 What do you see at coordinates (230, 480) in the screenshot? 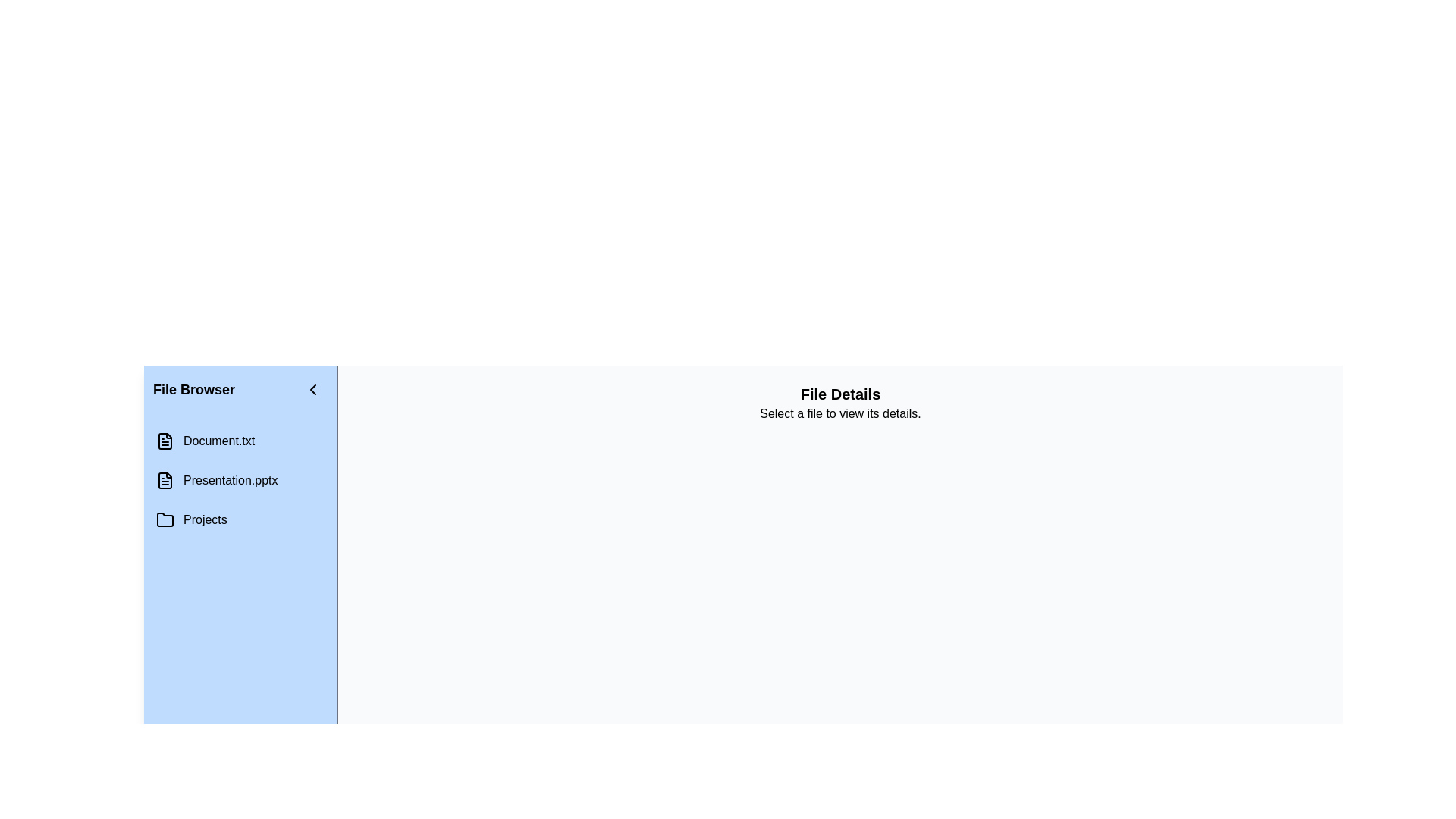
I see `the text label indicating the file 'Presentation.pptx' in the File Browser section` at bounding box center [230, 480].